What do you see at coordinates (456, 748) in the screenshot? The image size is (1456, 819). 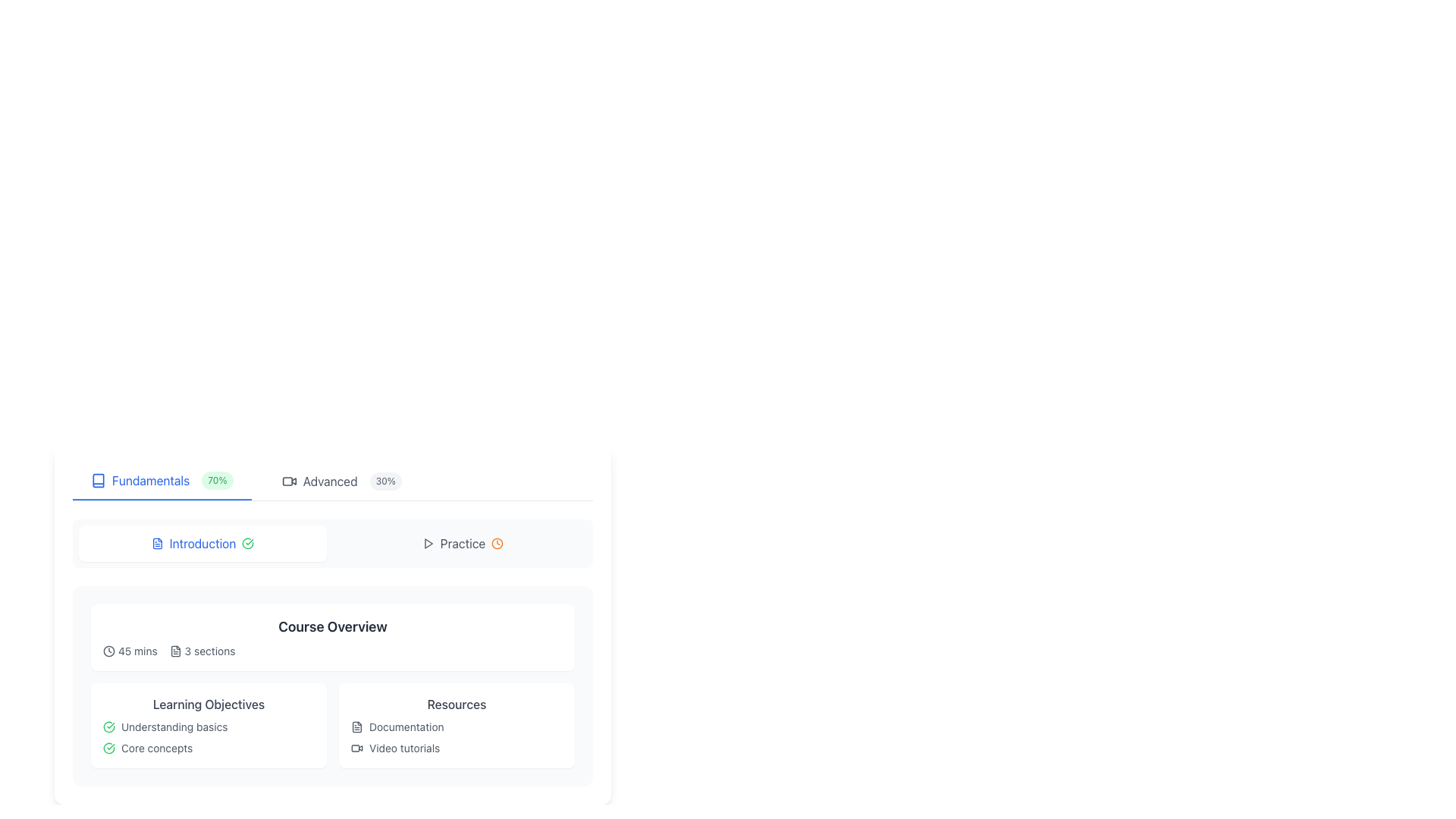 I see `the Text label representing a link to video tutorials, located` at bounding box center [456, 748].